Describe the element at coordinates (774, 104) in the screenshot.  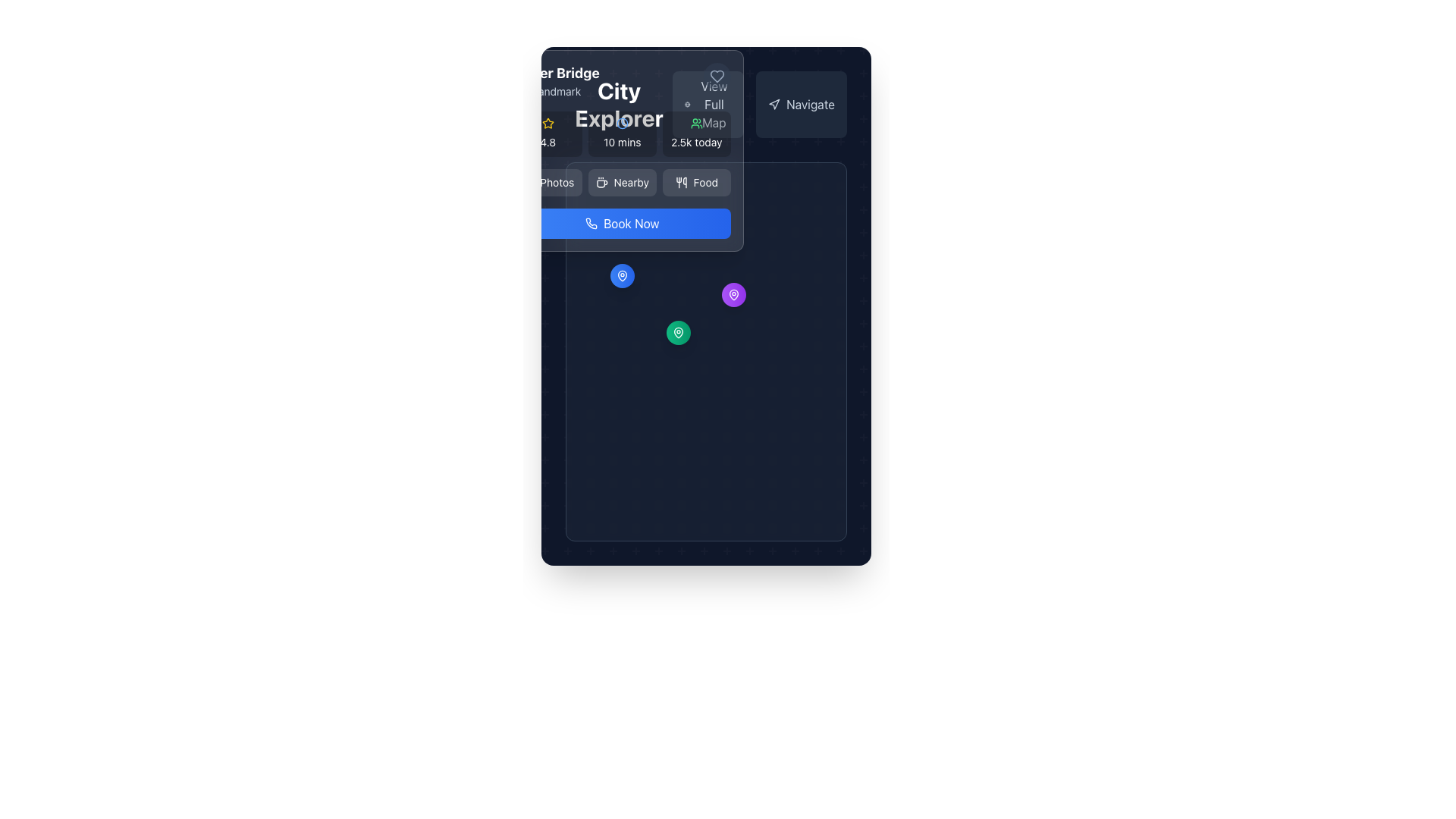
I see `the navigation icon located in the top-right area of the interface within the 'Navigate' UI component` at that location.